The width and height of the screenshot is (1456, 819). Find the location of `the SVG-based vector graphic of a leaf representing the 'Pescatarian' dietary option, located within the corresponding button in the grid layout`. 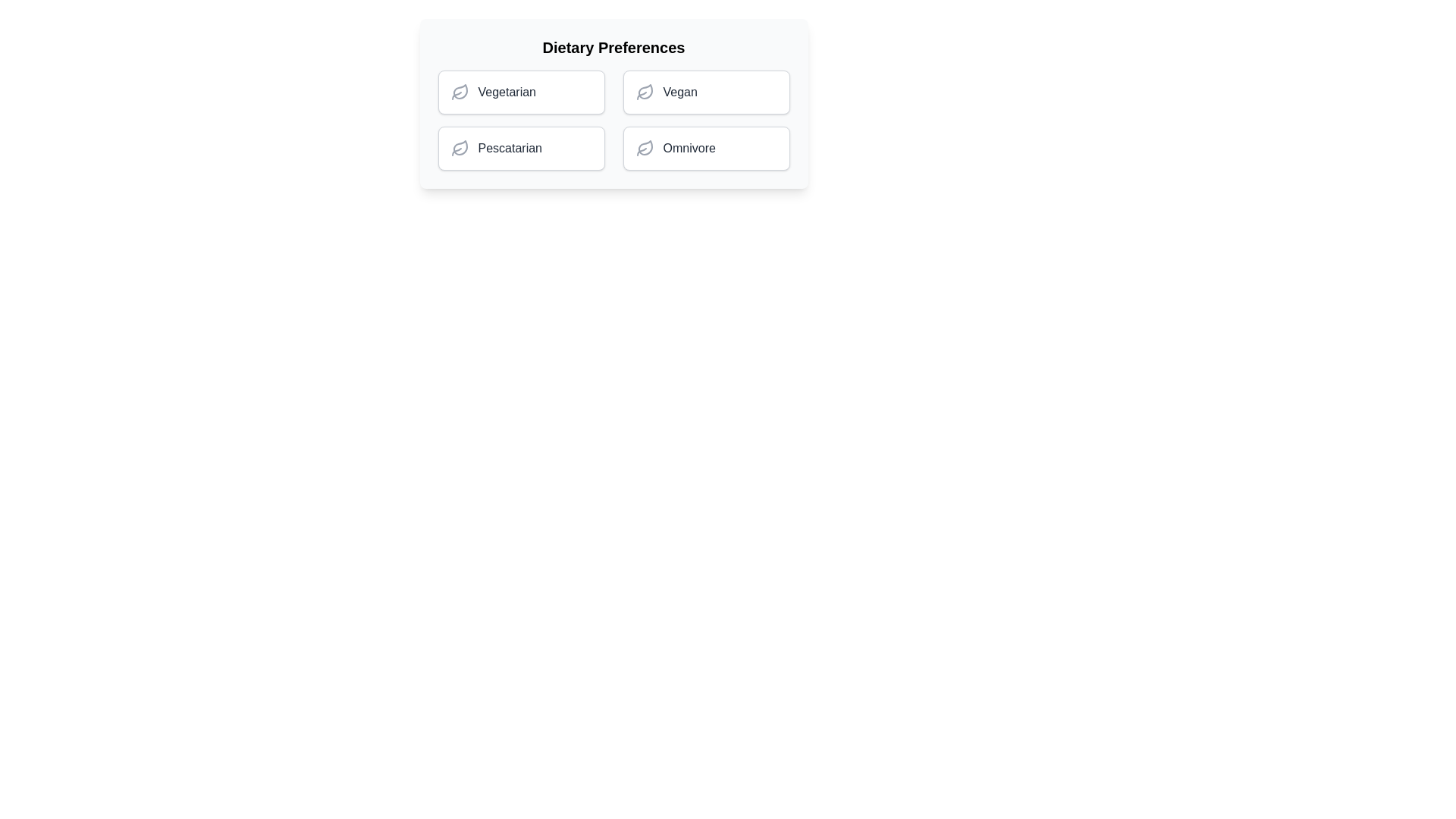

the SVG-based vector graphic of a leaf representing the 'Pescatarian' dietary option, located within the corresponding button in the grid layout is located at coordinates (459, 91).